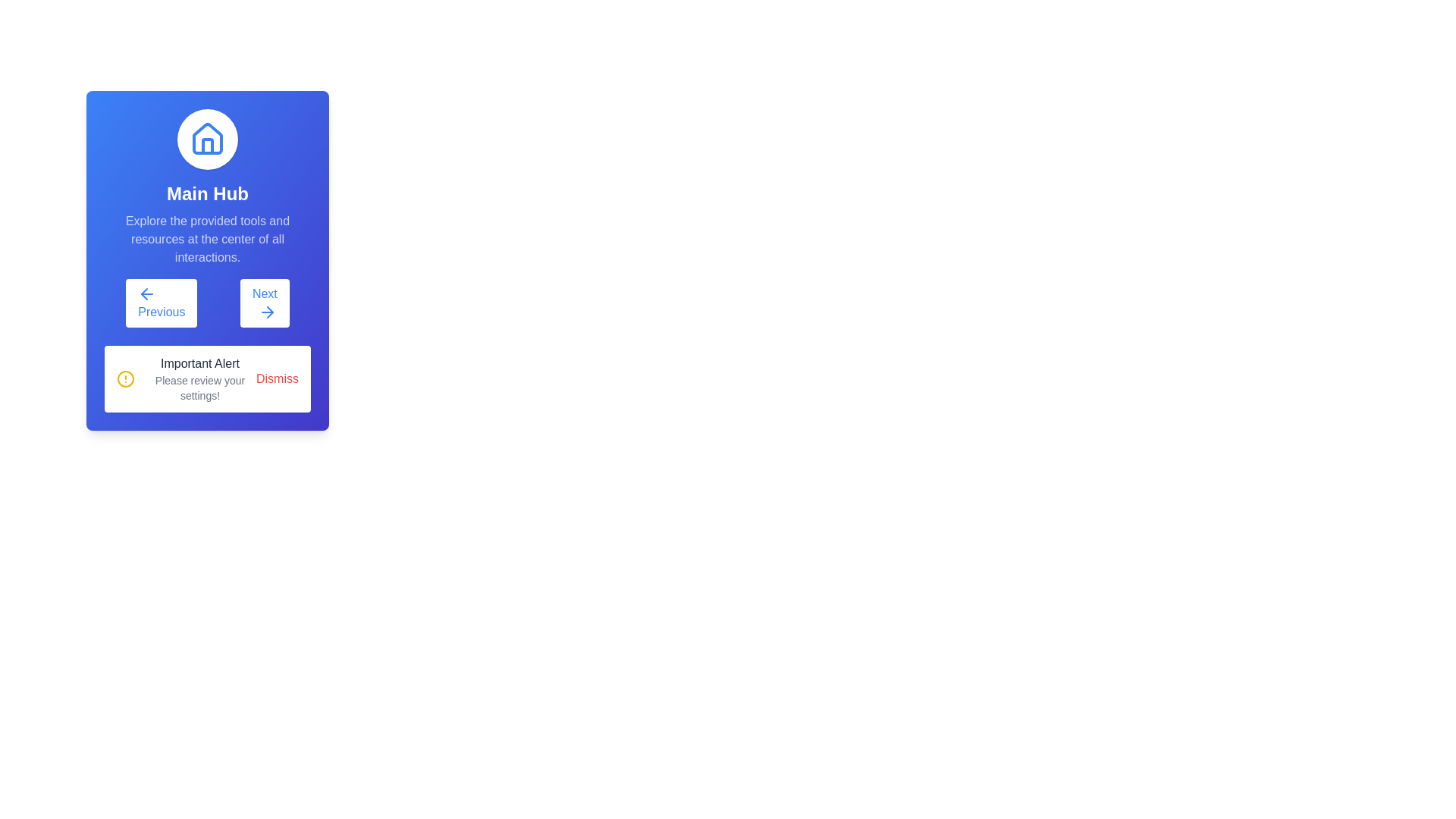  Describe the element at coordinates (199, 363) in the screenshot. I see `the Text Label that serves as an alert title, positioned above the alert message 'Please review your settings!'` at that location.